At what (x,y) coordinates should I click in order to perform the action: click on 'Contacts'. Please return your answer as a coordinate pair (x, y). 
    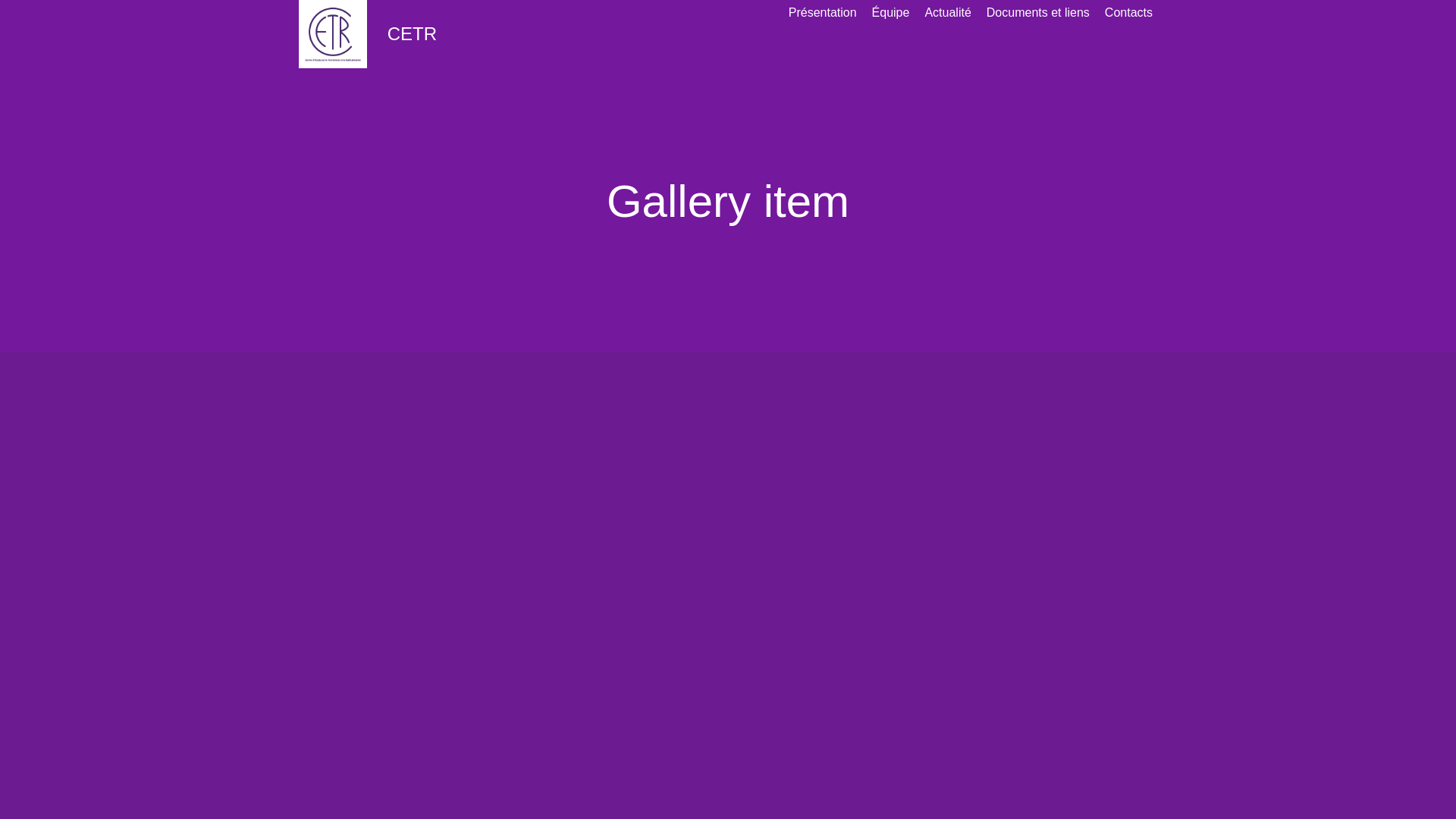
    Looking at the image, I should click on (1128, 12).